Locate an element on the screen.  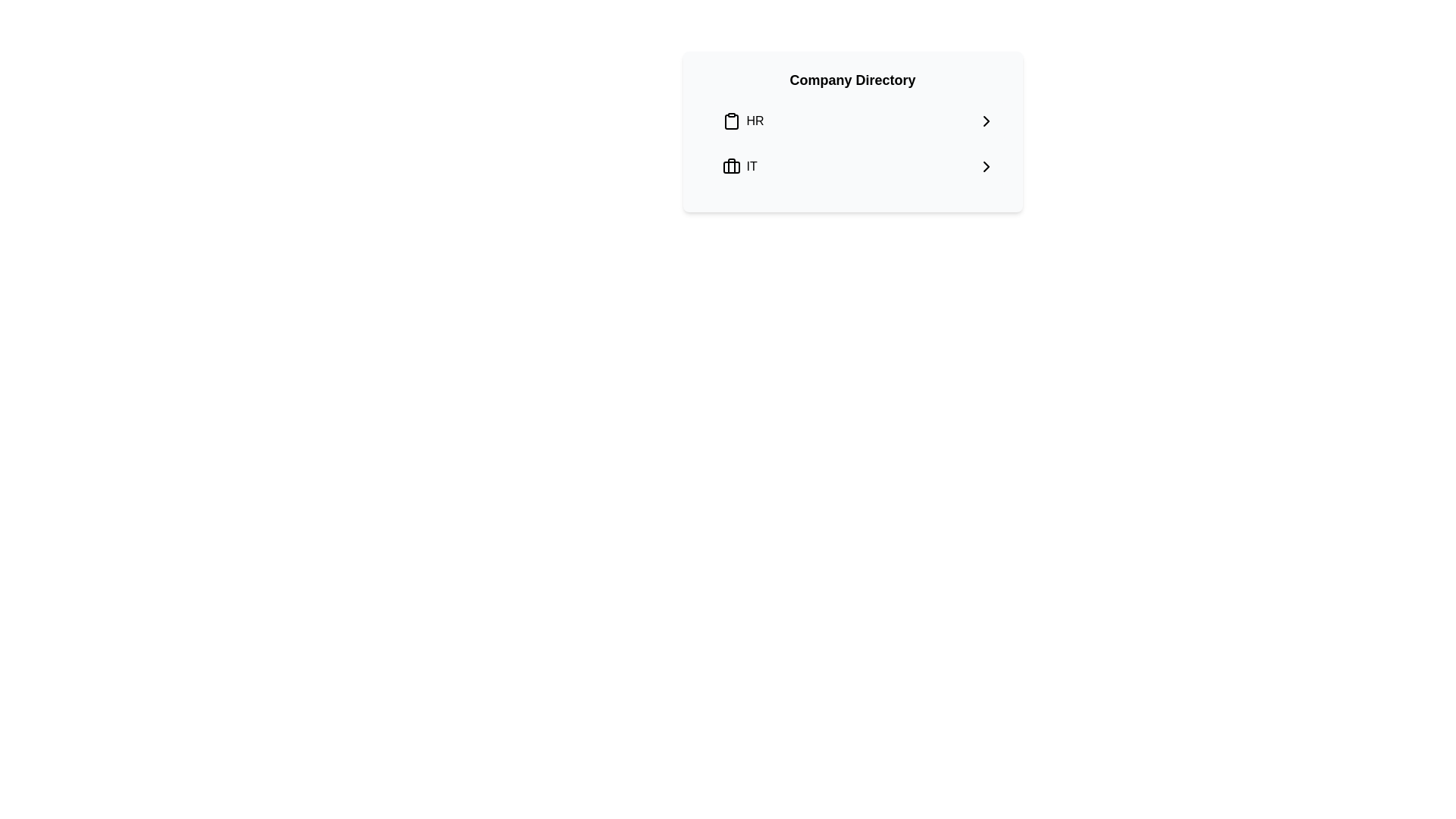
the navigation icon located on the rightmost side of the 'IT' row in the 'Company Directory' section is located at coordinates (986, 166).